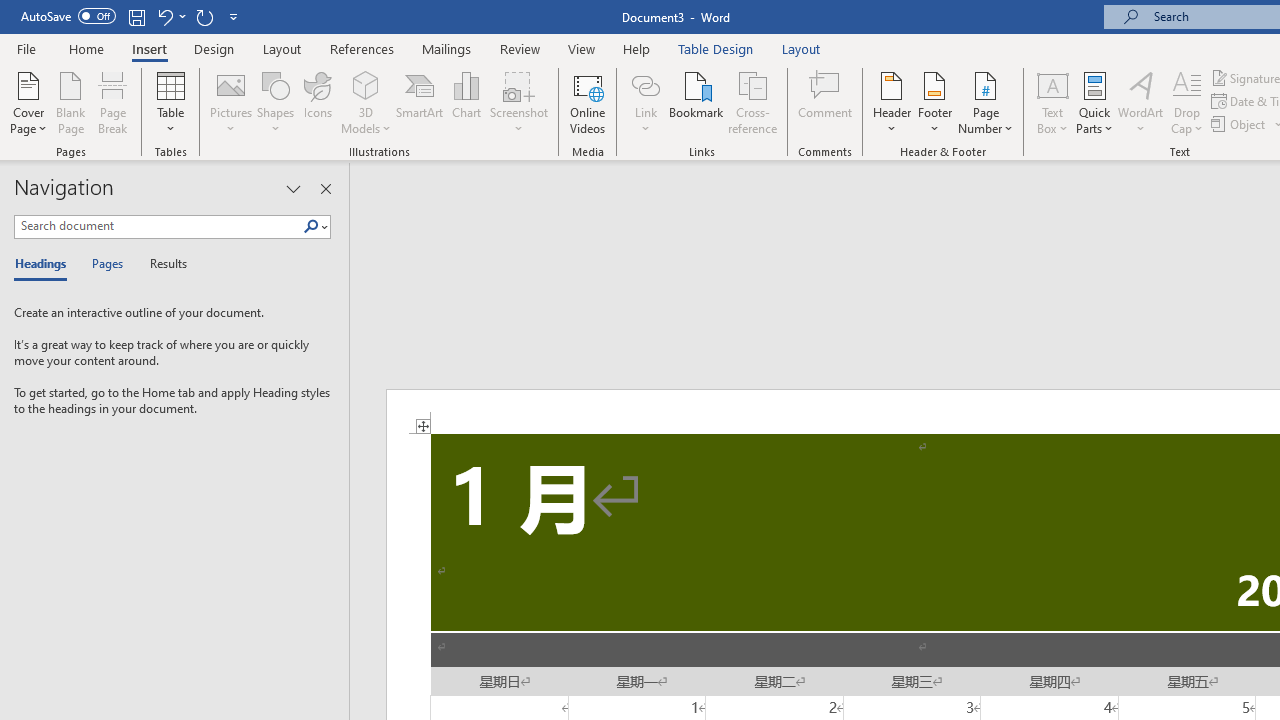  Describe the element at coordinates (104, 264) in the screenshot. I see `'Pages'` at that location.